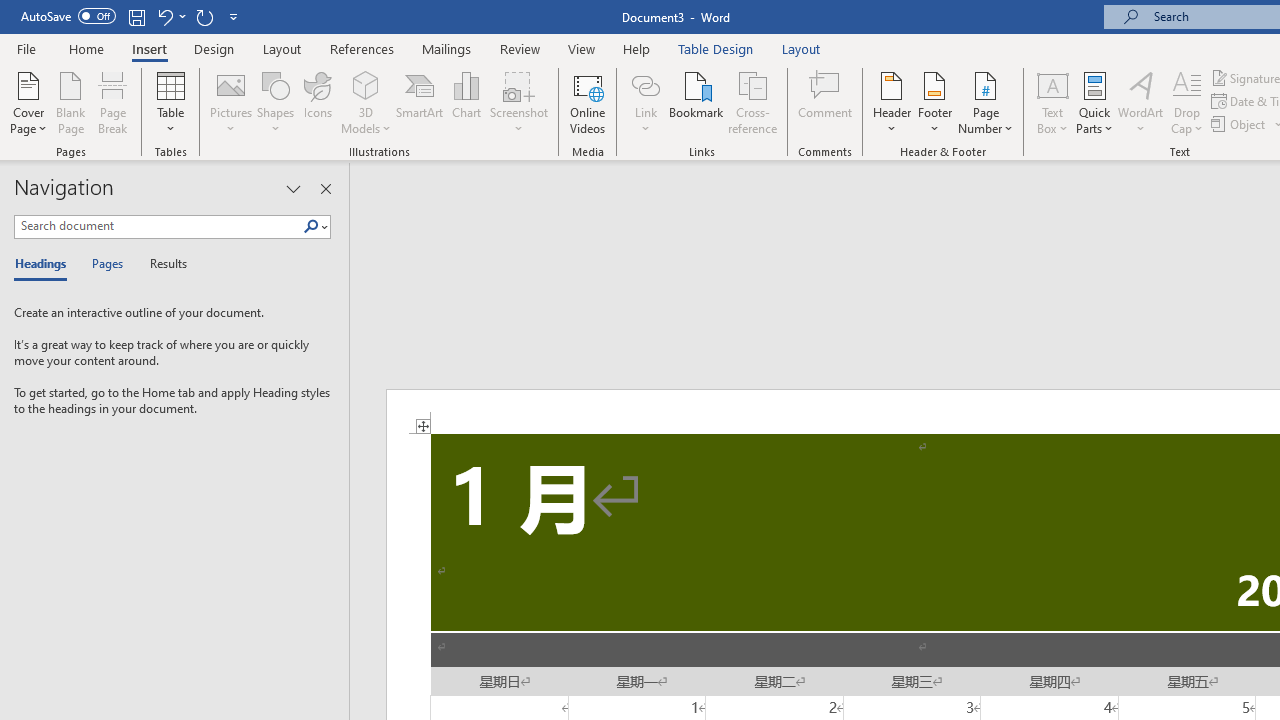  Describe the element at coordinates (104, 264) in the screenshot. I see `'Pages'` at that location.